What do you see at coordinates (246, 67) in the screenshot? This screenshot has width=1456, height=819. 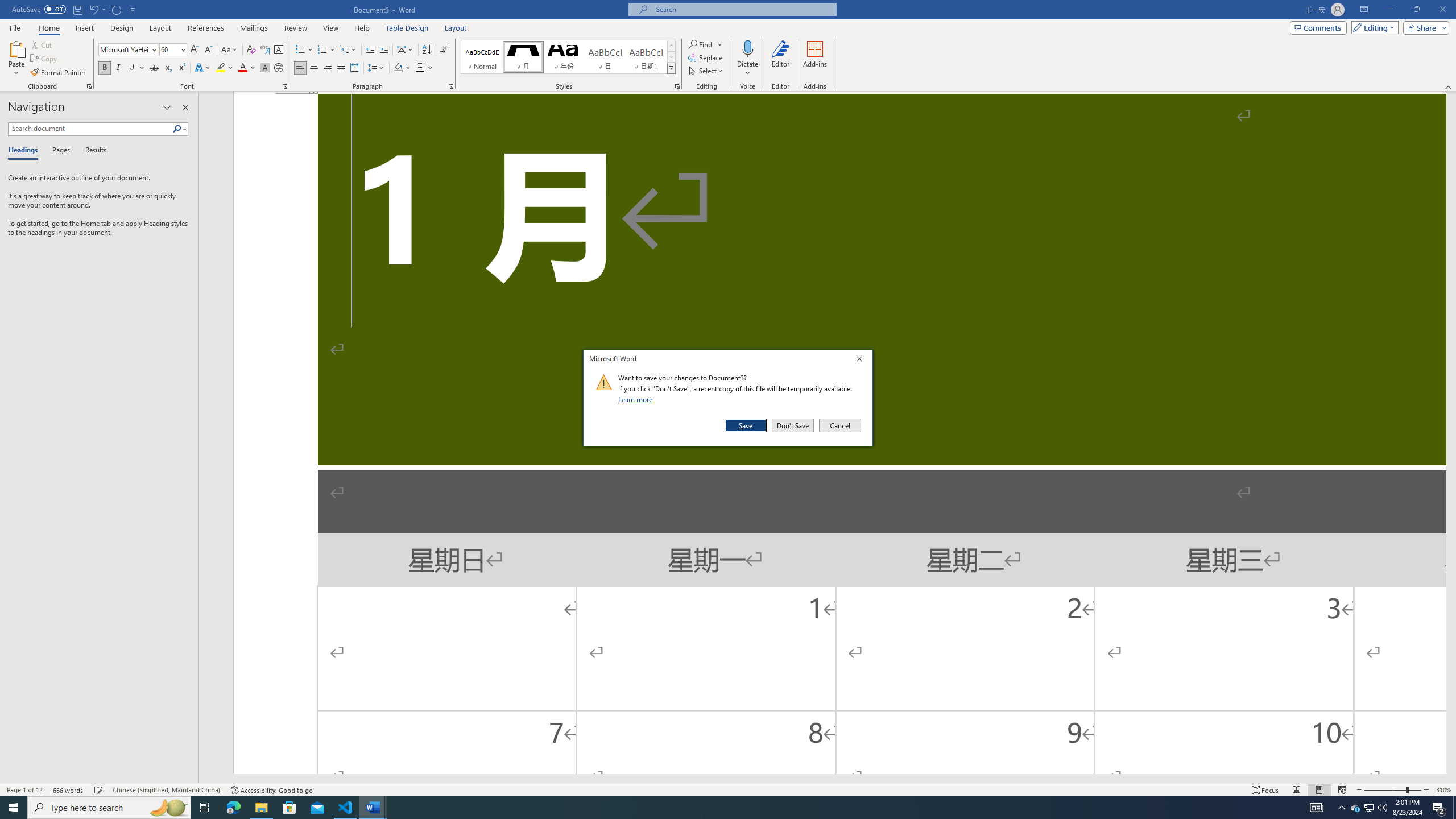 I see `'Font Color'` at bounding box center [246, 67].